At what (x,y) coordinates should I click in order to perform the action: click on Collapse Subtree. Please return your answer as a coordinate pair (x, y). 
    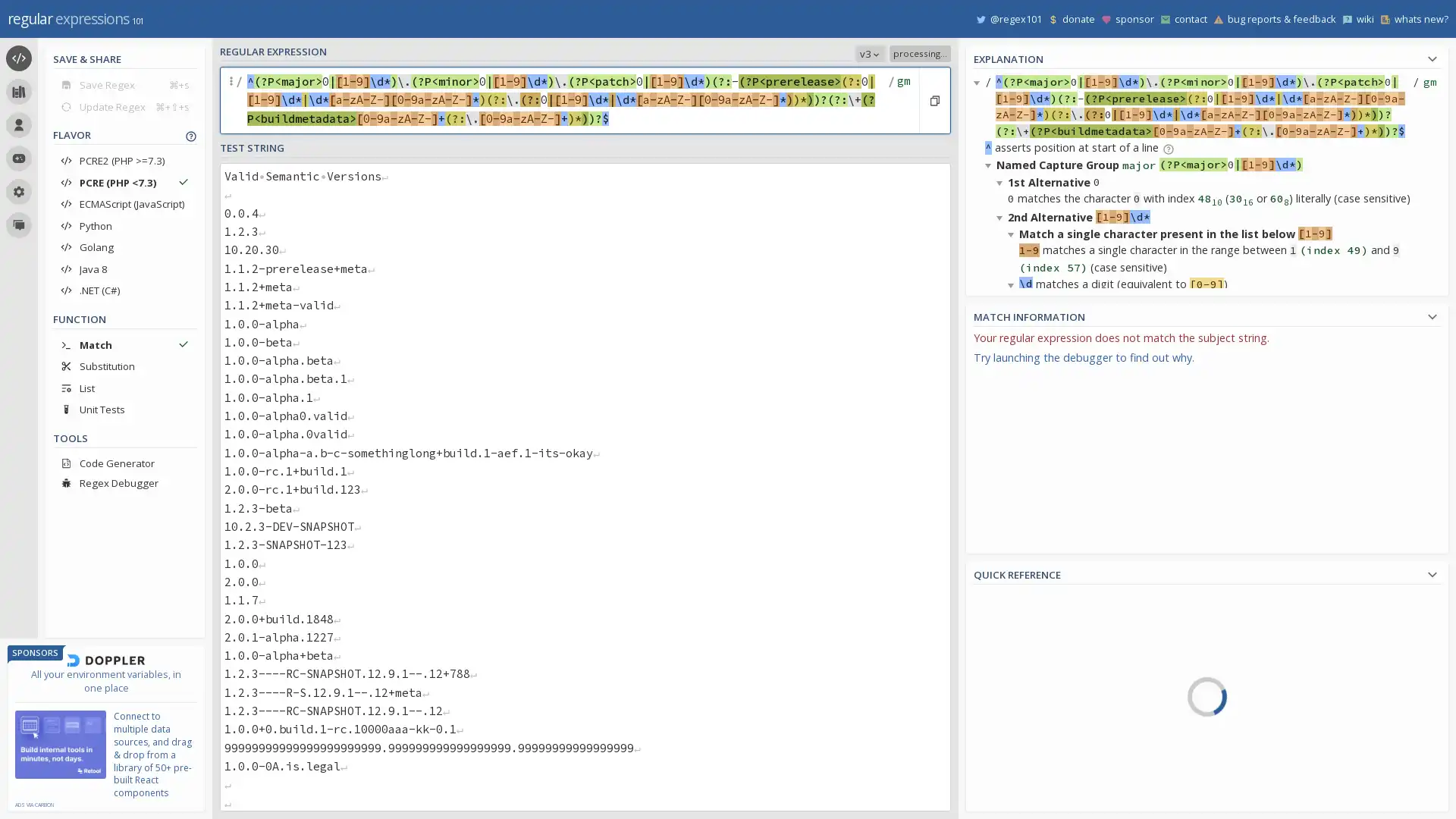
    Looking at the image, I should click on (979, 82).